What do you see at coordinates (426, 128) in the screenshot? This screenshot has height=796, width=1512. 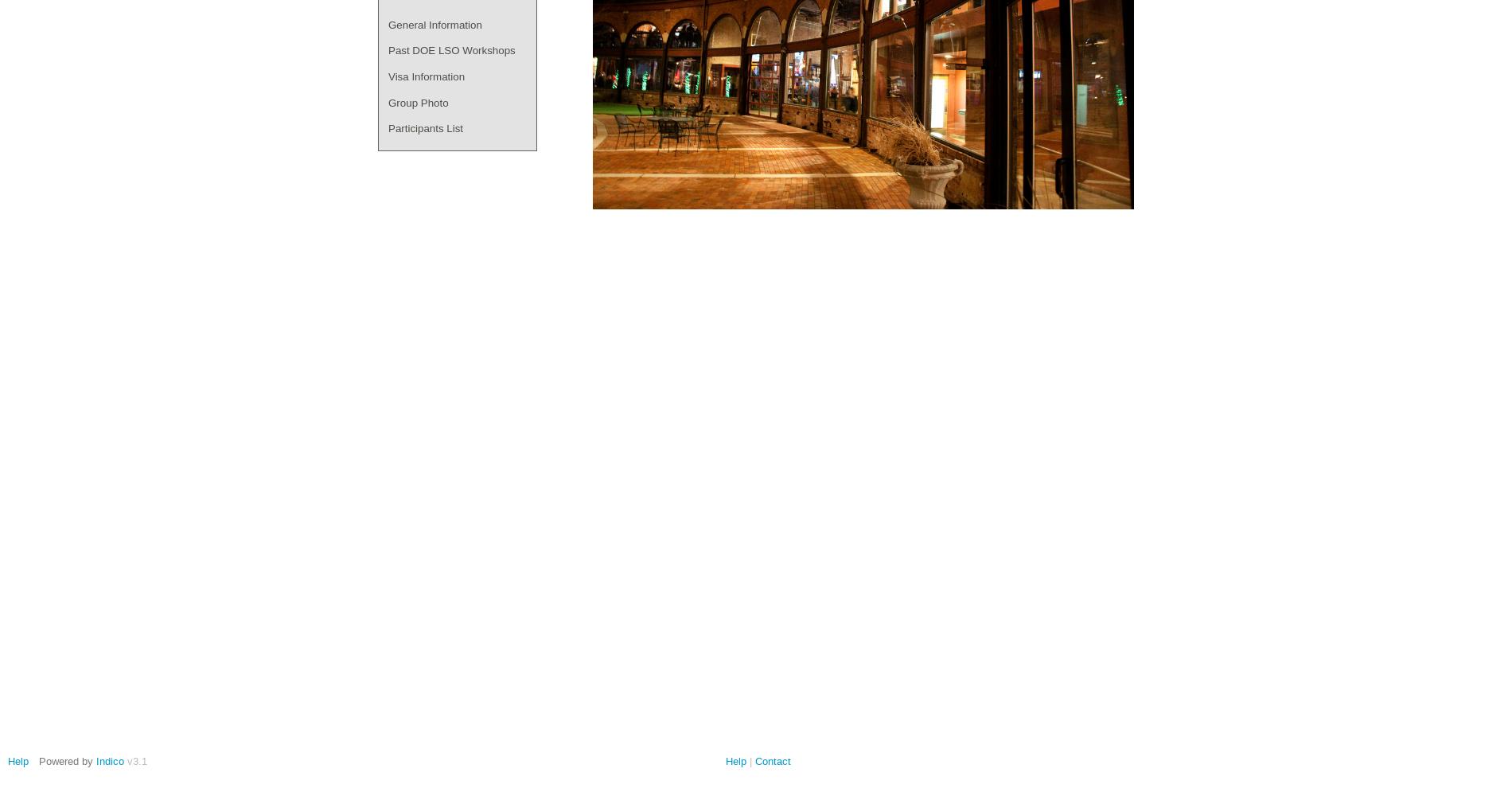 I see `'Participants List'` at bounding box center [426, 128].